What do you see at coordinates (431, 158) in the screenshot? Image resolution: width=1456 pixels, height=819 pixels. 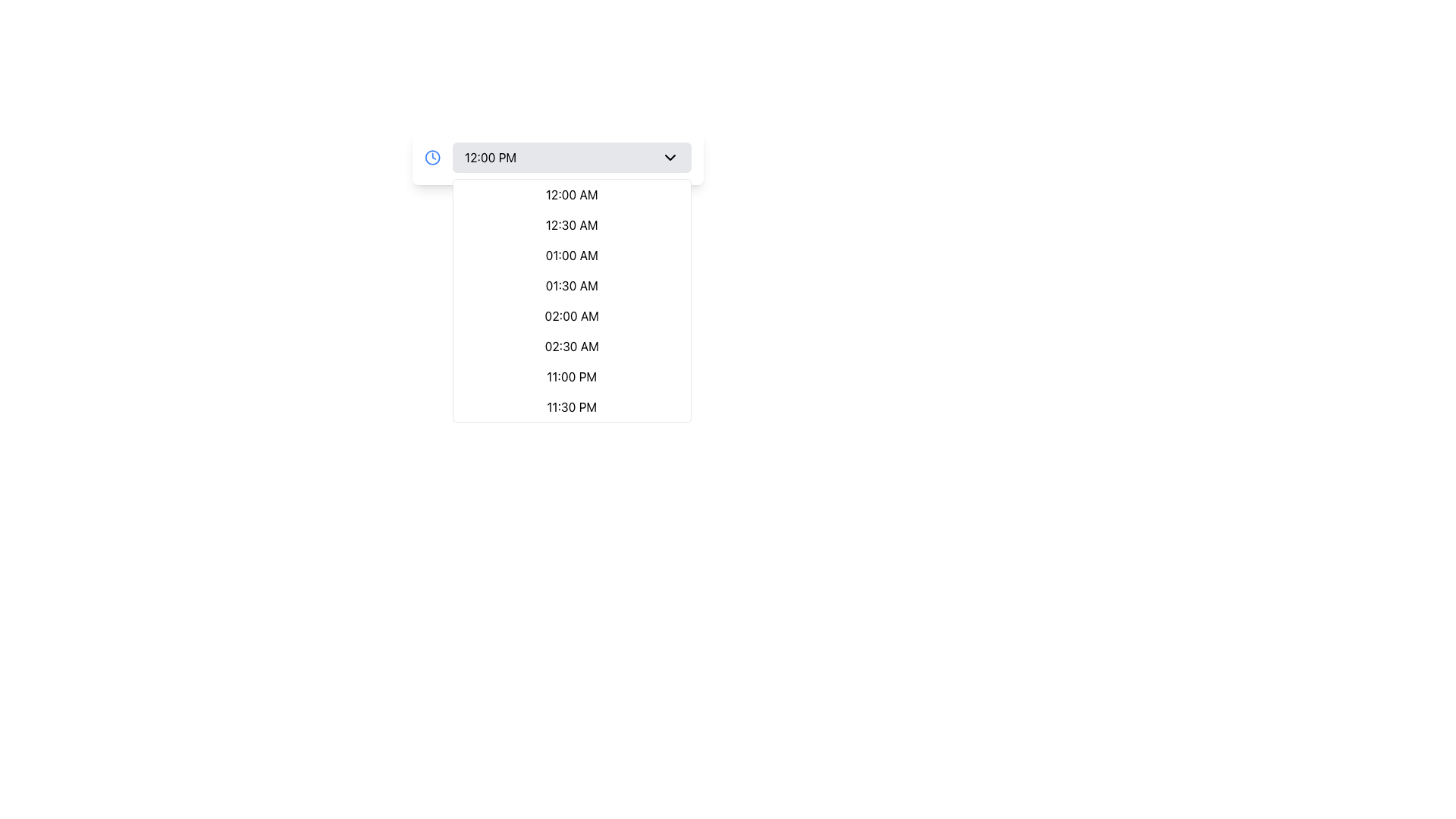 I see `the circular SVG graphical element with a blue outline located at the center of the clock icon, which is positioned to the left of the '12:00 PM' dropdown menu` at bounding box center [431, 158].